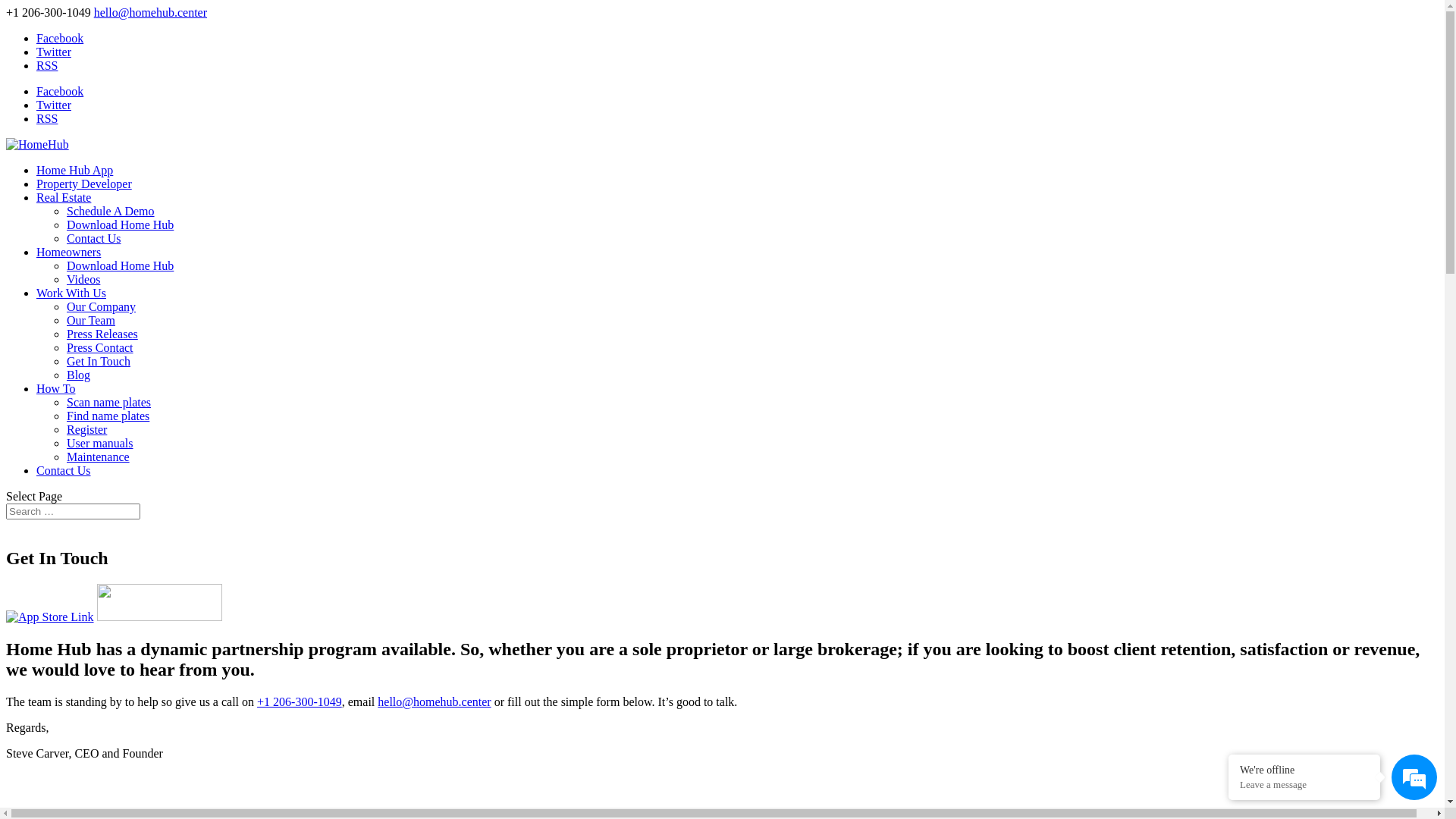  What do you see at coordinates (299, 701) in the screenshot?
I see `'+1 206-300-1049'` at bounding box center [299, 701].